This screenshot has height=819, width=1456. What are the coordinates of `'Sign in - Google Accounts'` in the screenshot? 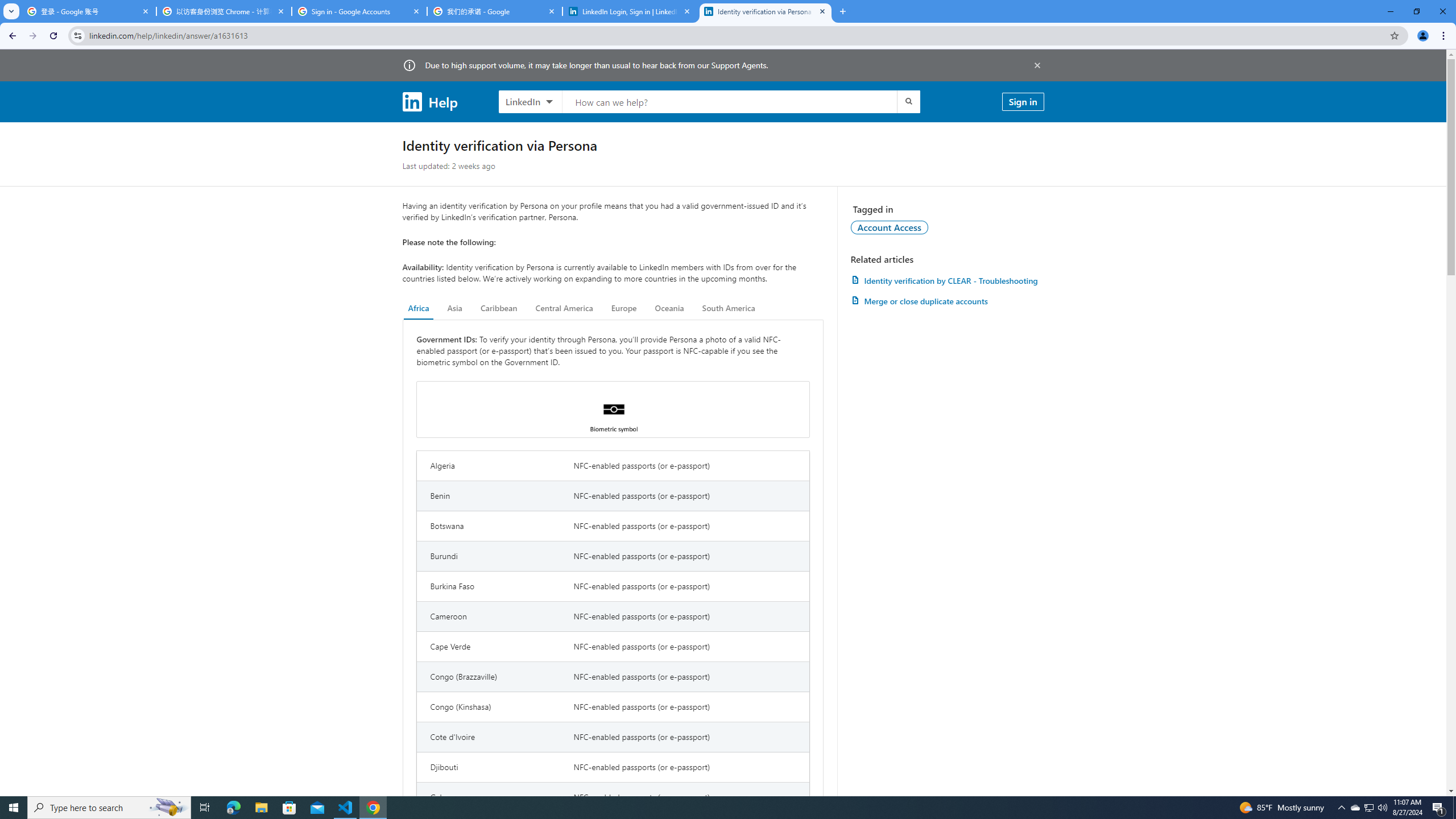 It's located at (359, 11).